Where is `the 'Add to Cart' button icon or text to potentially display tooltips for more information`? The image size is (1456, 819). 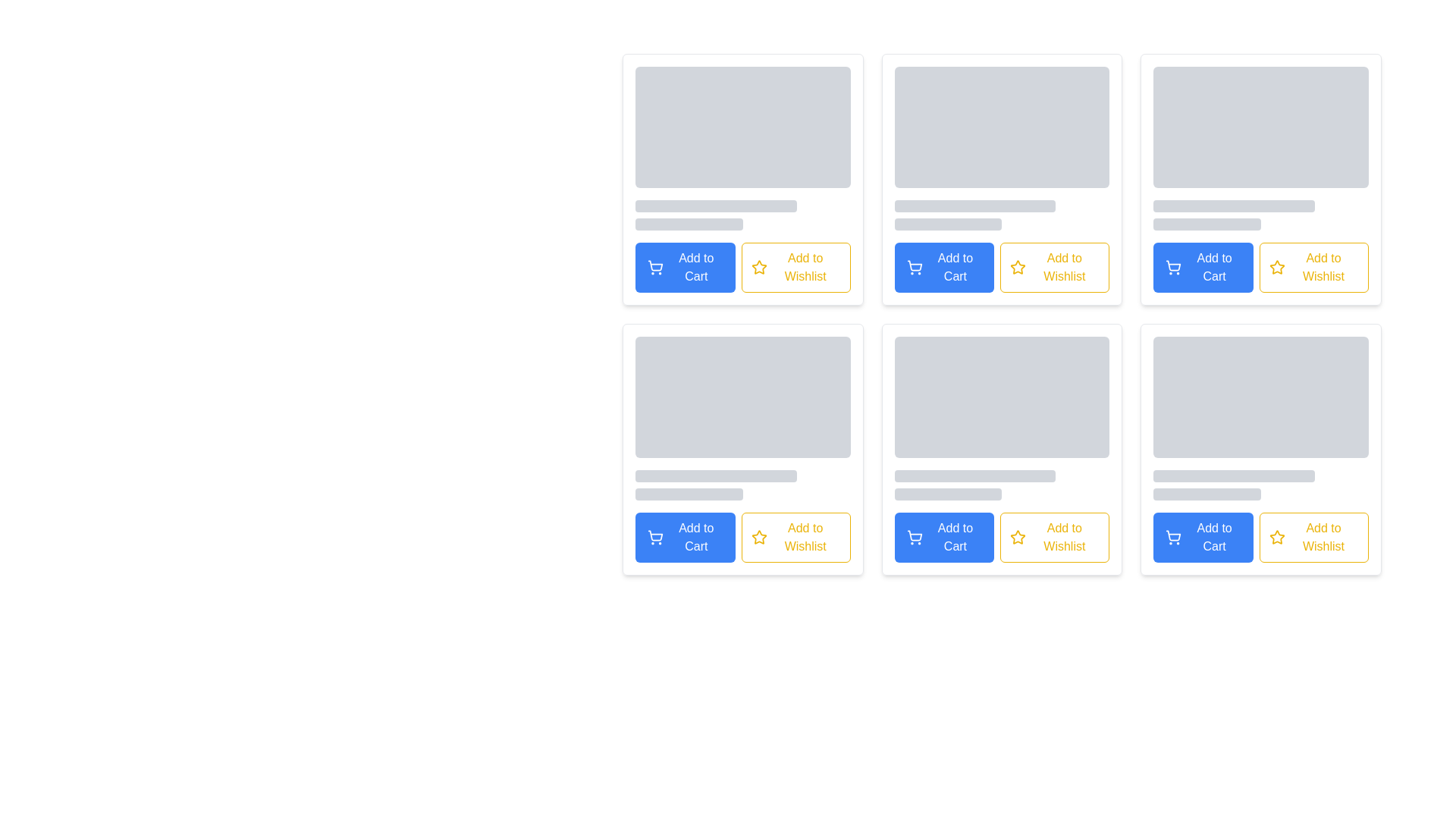 the 'Add to Cart' button icon or text to potentially display tooltips for more information is located at coordinates (1002, 537).